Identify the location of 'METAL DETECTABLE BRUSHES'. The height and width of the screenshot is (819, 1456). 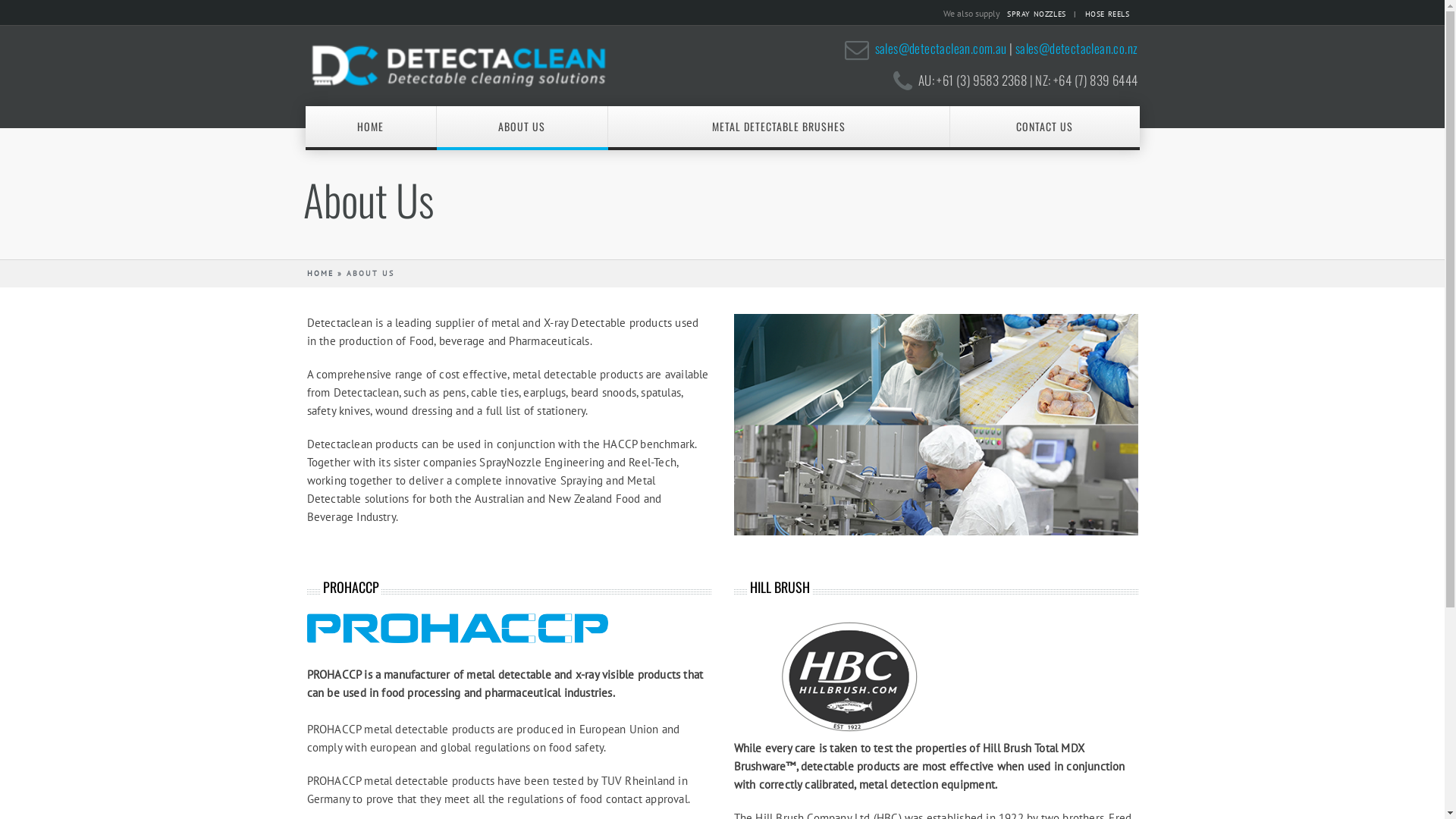
(779, 125).